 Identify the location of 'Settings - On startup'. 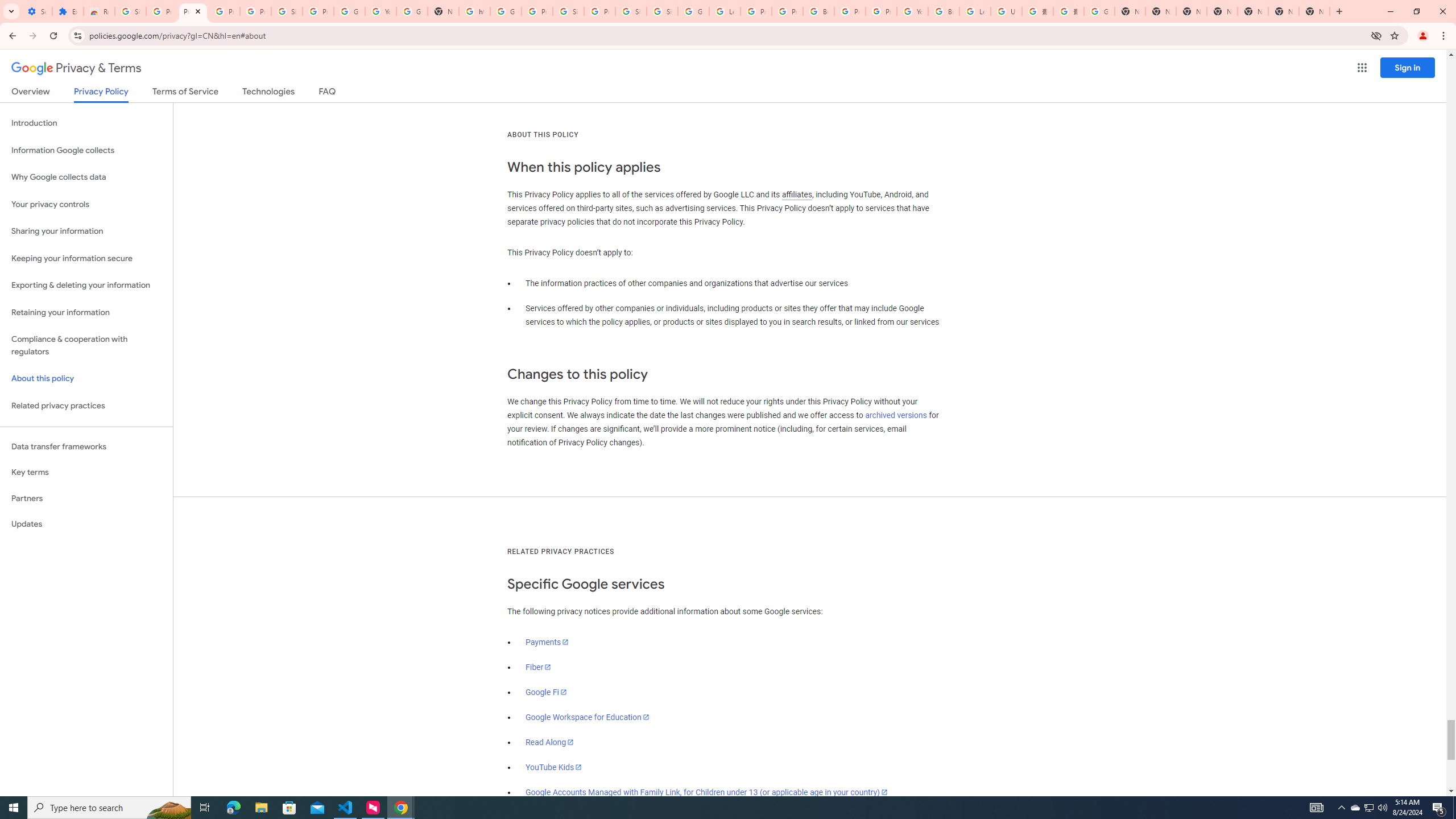
(36, 11).